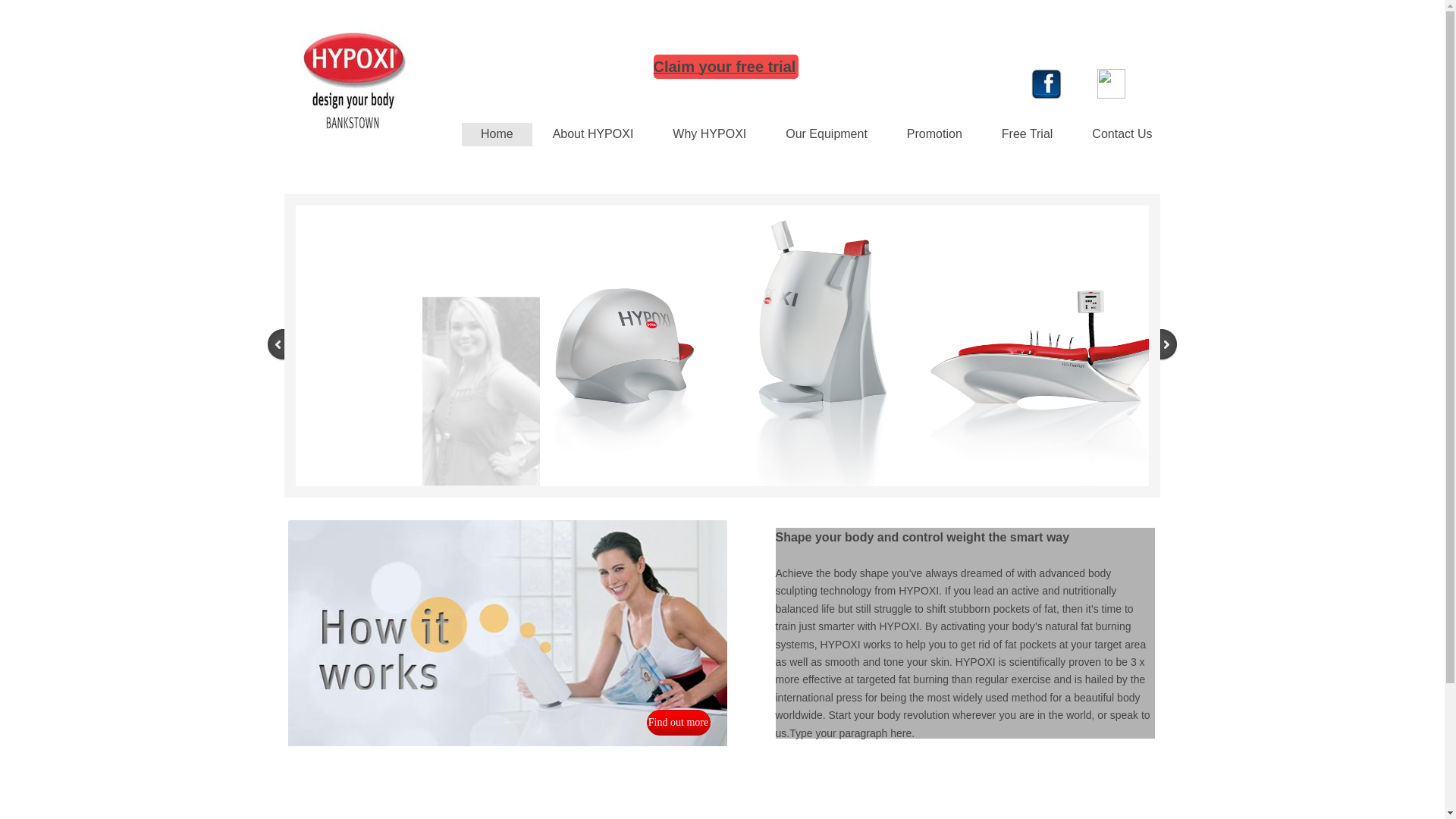 The height and width of the screenshot is (819, 1456). I want to click on 'Why HYPOXI', so click(708, 133).